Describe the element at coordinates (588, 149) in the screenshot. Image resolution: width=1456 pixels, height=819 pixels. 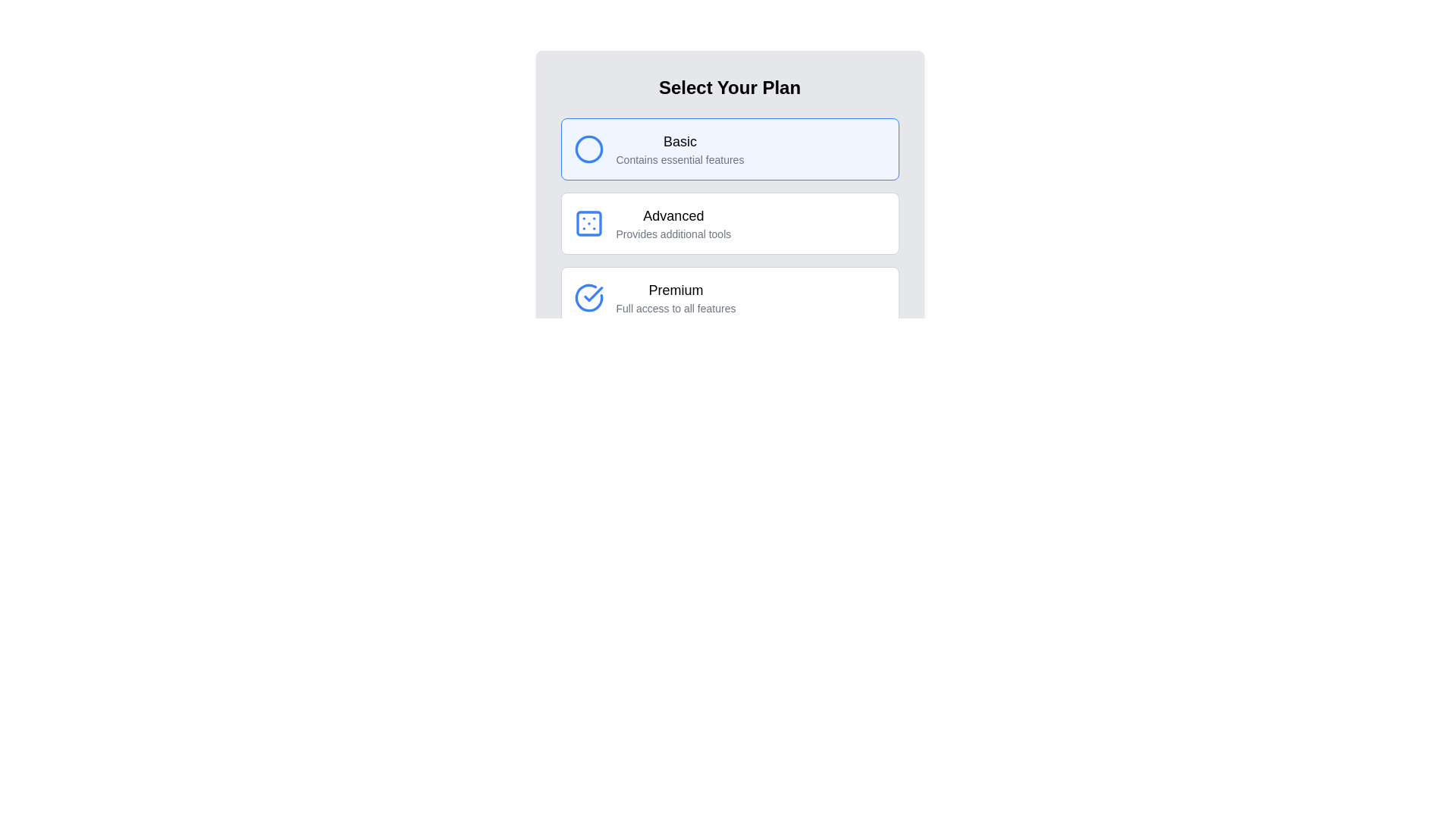
I see `the decorative SVG circle graphic representing the Basic plan, which is the first in the list of plans displayed vertically in the interface` at that location.